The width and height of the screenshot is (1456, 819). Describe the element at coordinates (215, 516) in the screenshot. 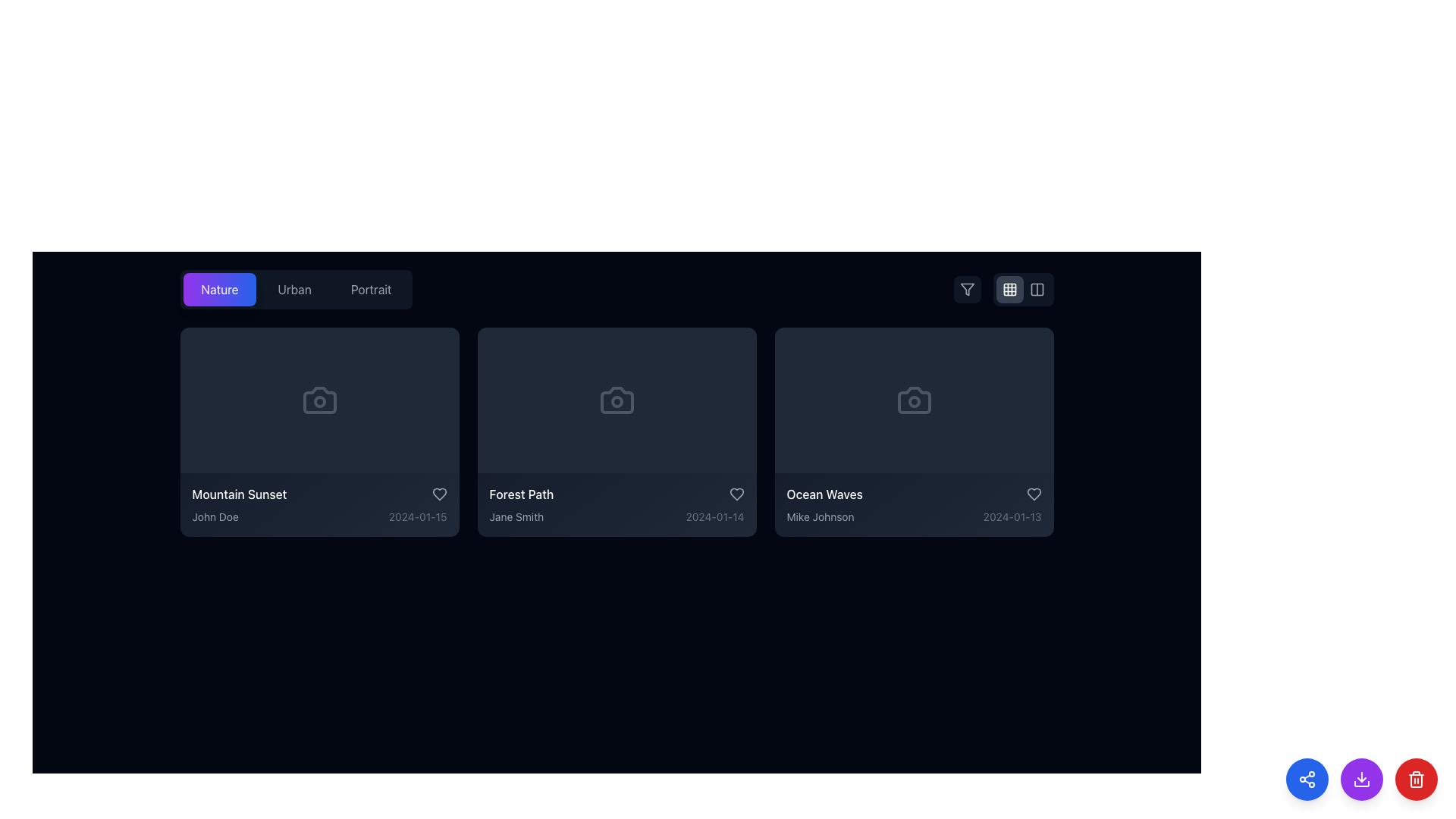

I see `the label displaying 'John Doe', which is subtly gray and positioned in the first content card under the 'Mountain Sunset' title and above the date '2024-01-15'` at that location.